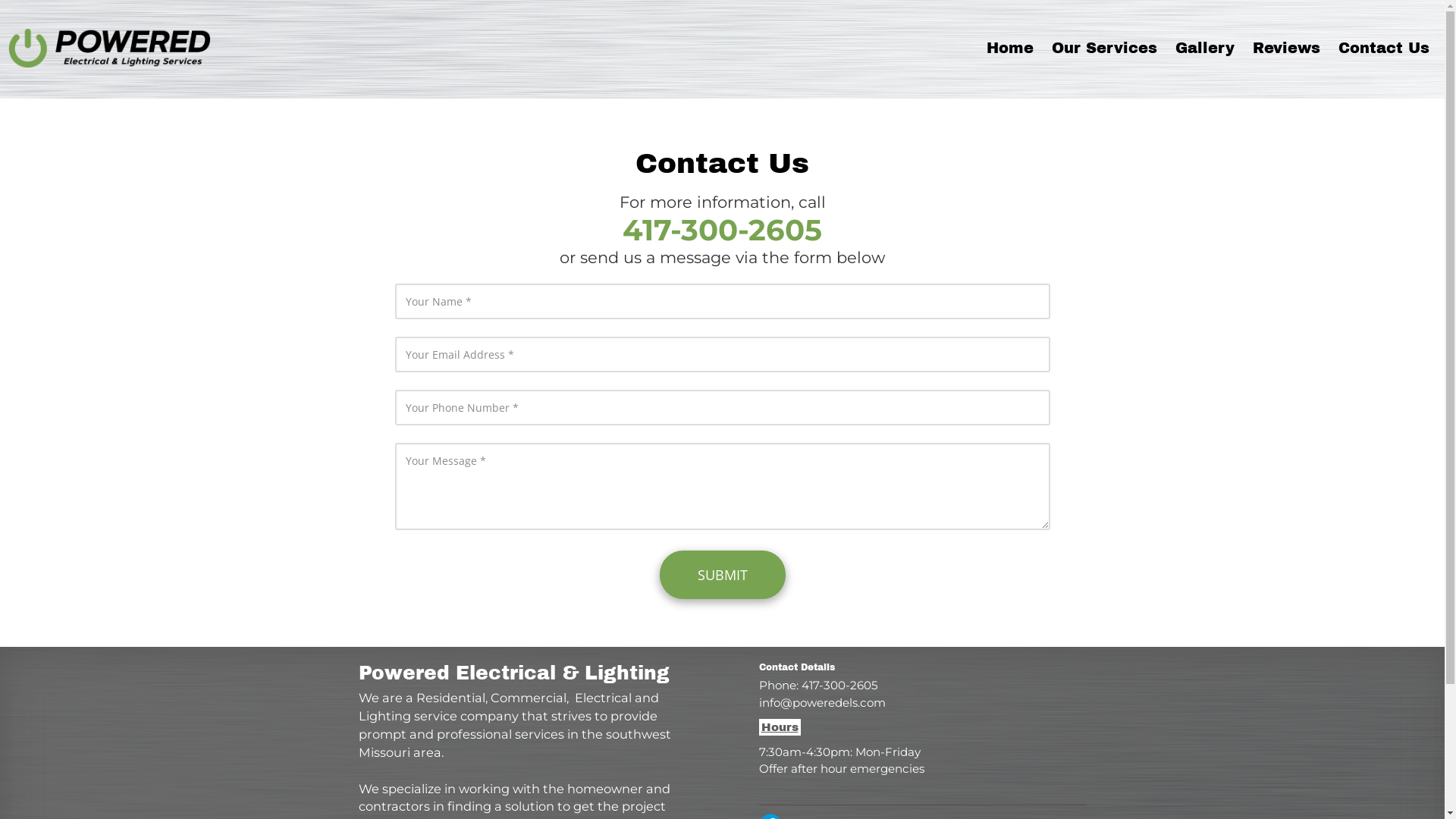  What do you see at coordinates (721, 237) in the screenshot?
I see `'417-300-2605'` at bounding box center [721, 237].